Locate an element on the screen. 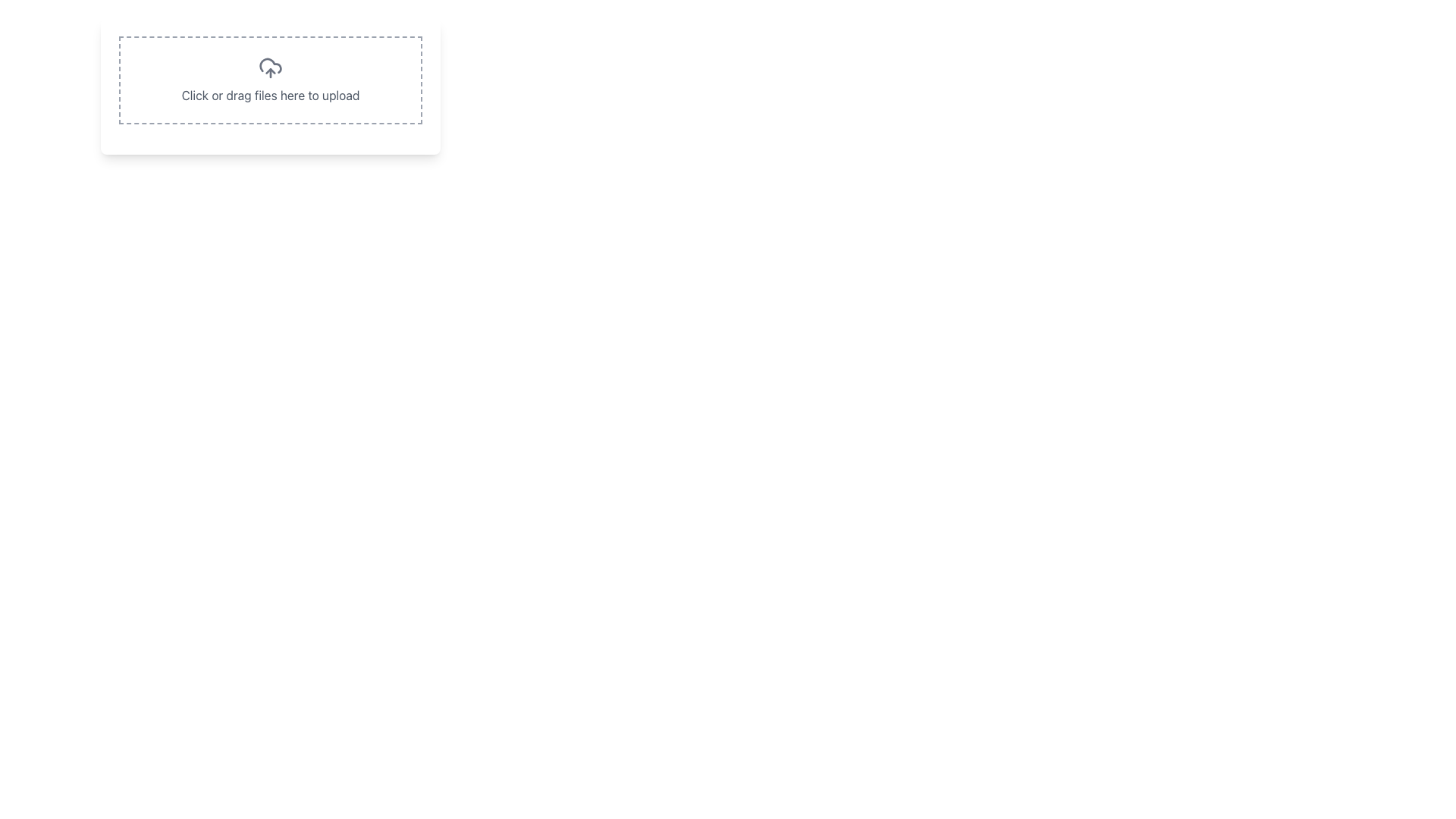 The width and height of the screenshot is (1456, 819). instructions from the text label stating 'Click or drag files here to upload', which is centrally positioned within the dashed-bordered upload zone is located at coordinates (270, 96).